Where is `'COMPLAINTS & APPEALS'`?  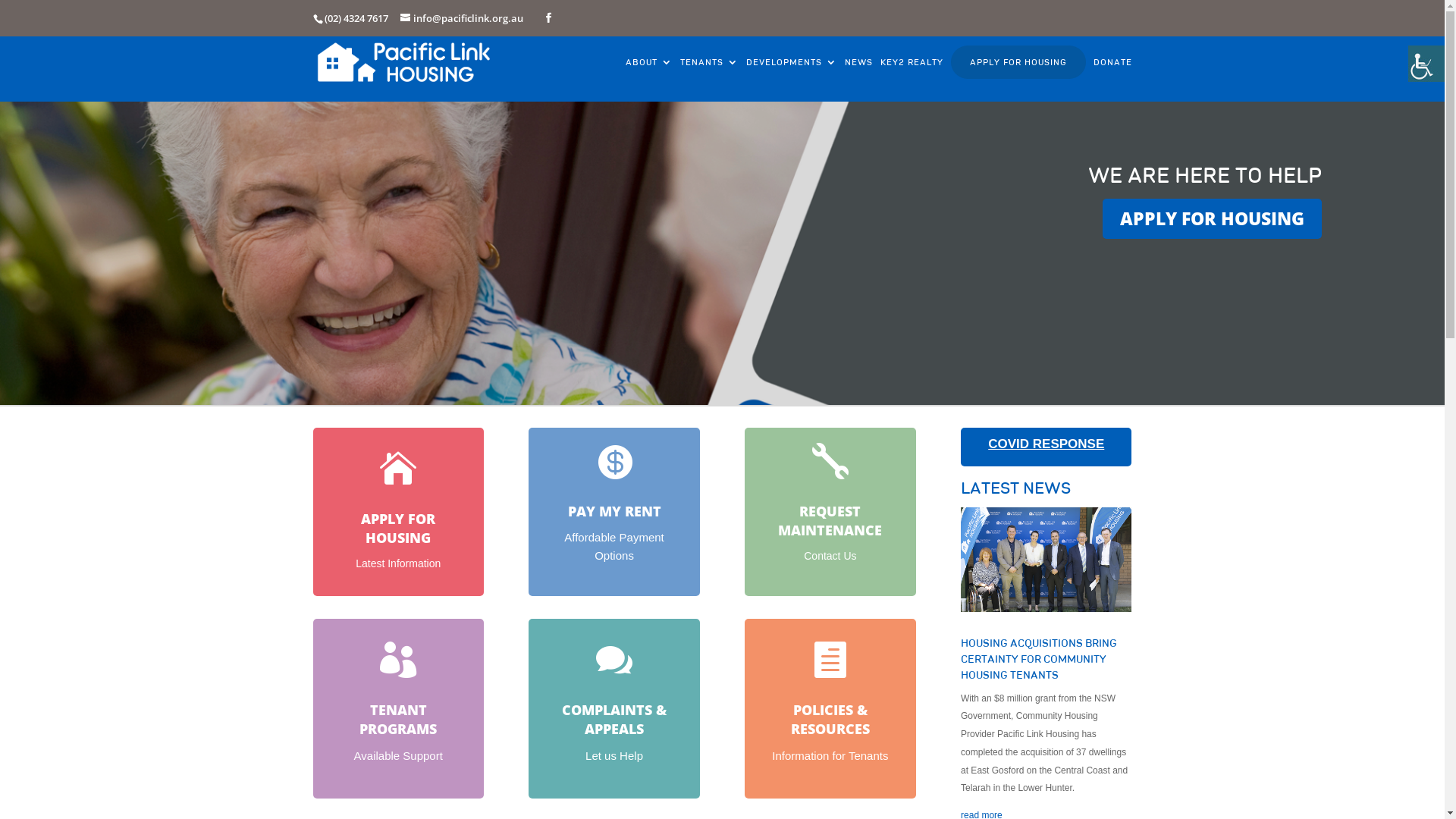 'COMPLAINTS & APPEALS' is located at coordinates (614, 718).